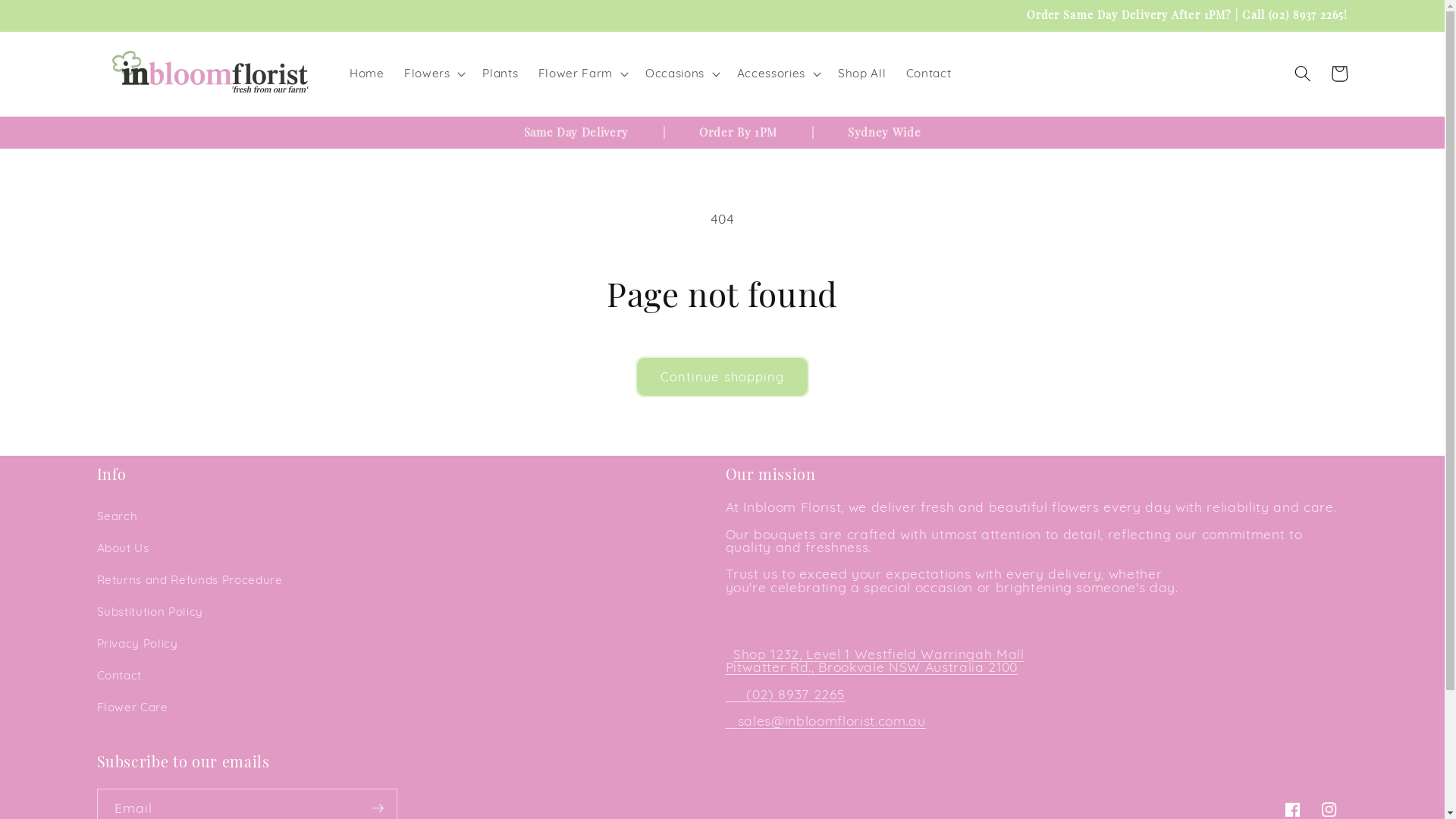 Image resolution: width=1456 pixels, height=819 pixels. What do you see at coordinates (189, 579) in the screenshot?
I see `'Returns and Refunds Procedure'` at bounding box center [189, 579].